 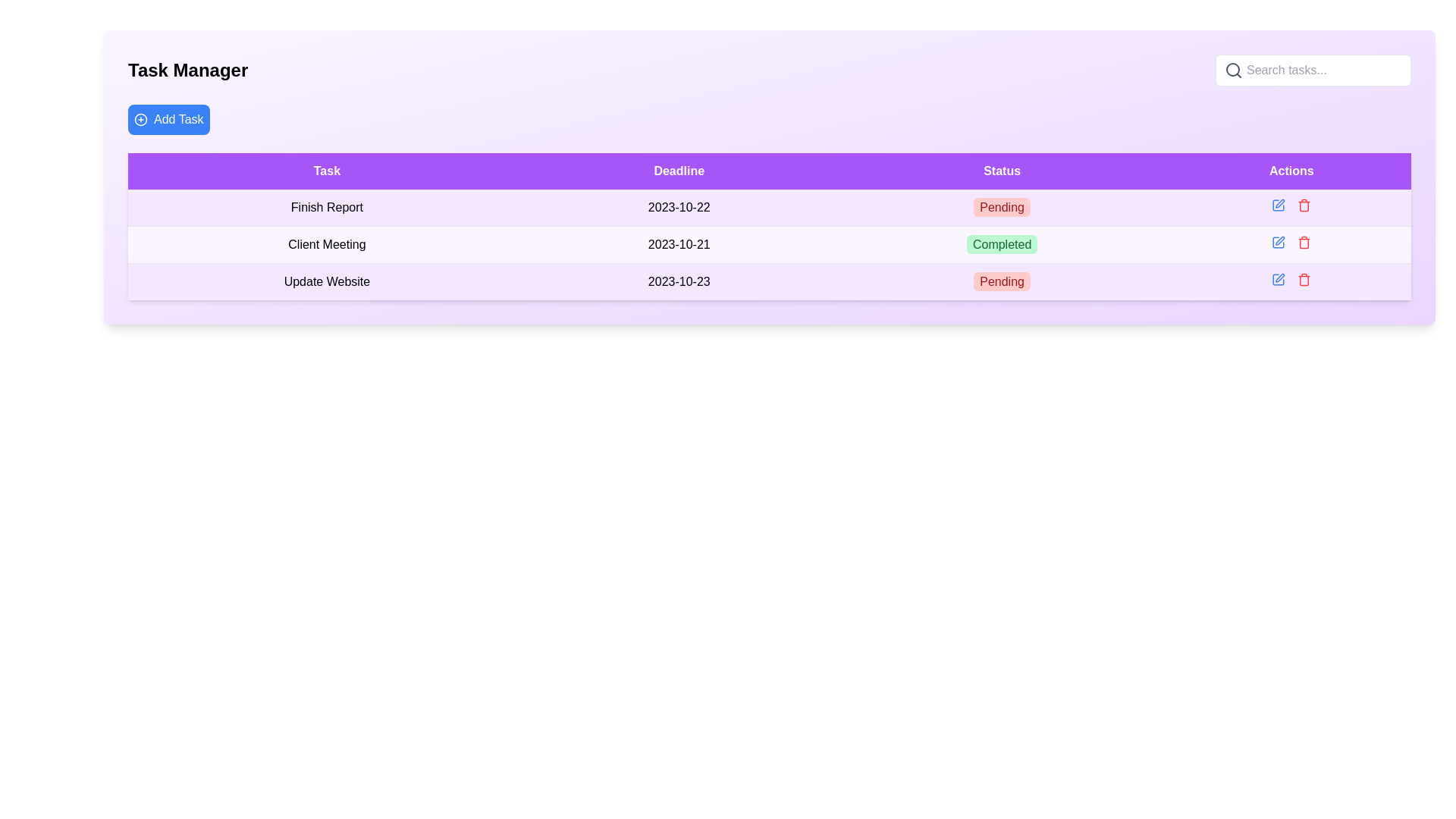 What do you see at coordinates (1279, 202) in the screenshot?
I see `the edit action button` at bounding box center [1279, 202].